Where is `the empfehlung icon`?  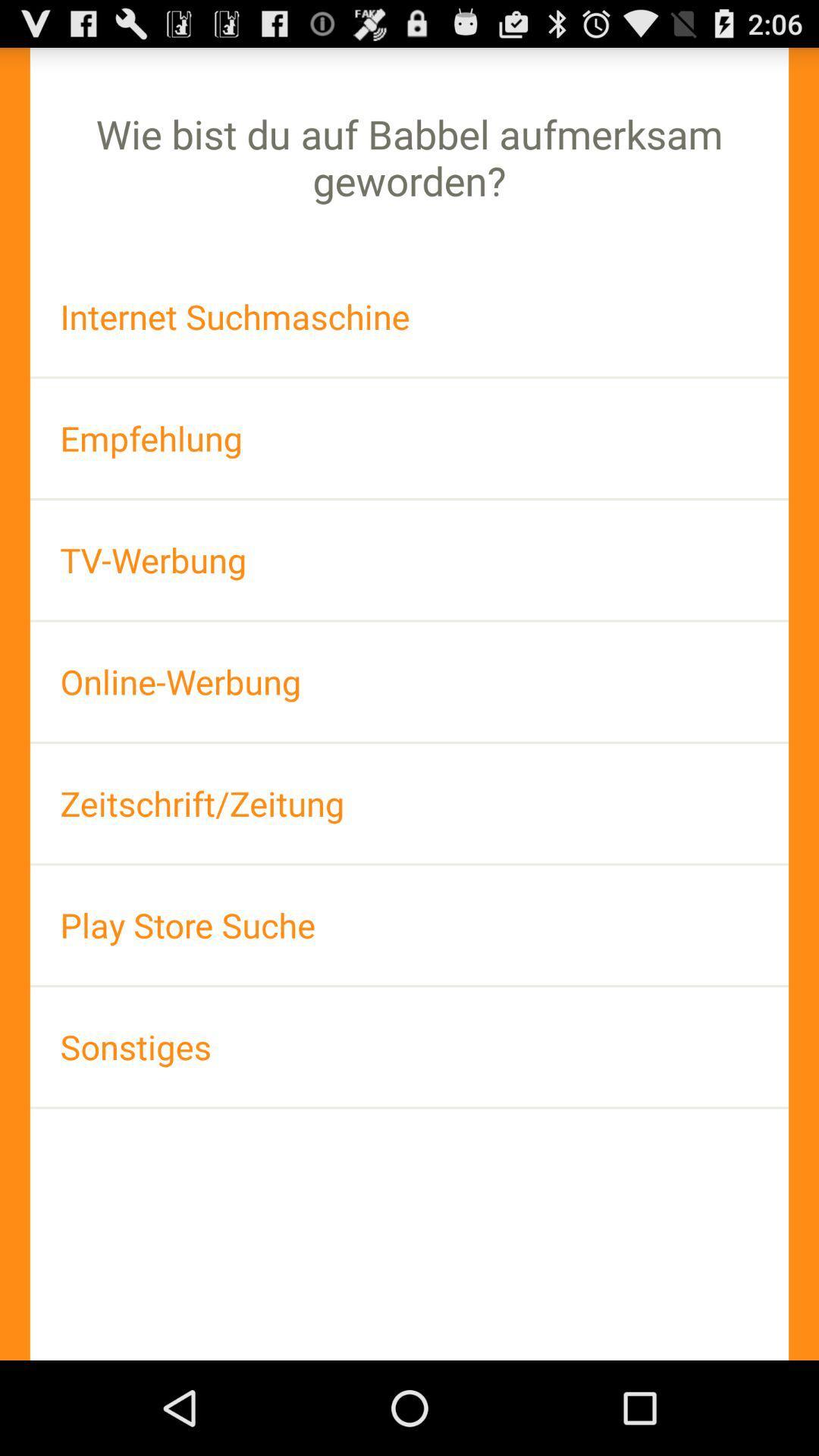 the empfehlung icon is located at coordinates (409, 438).